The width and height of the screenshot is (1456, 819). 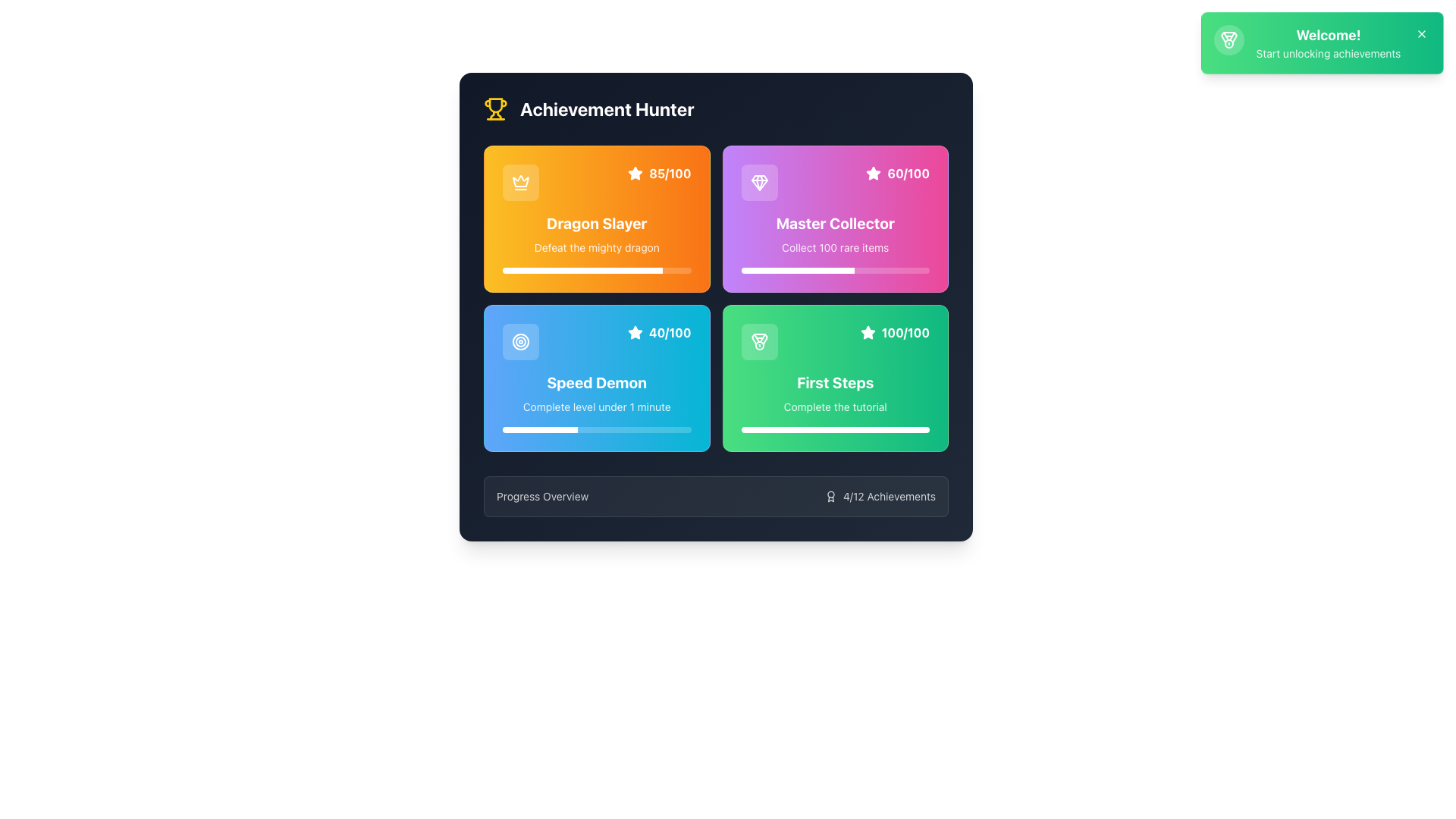 I want to click on score data displayed in the upper-right corner of the green card representing the 'First Steps' achievement, so click(x=834, y=342).